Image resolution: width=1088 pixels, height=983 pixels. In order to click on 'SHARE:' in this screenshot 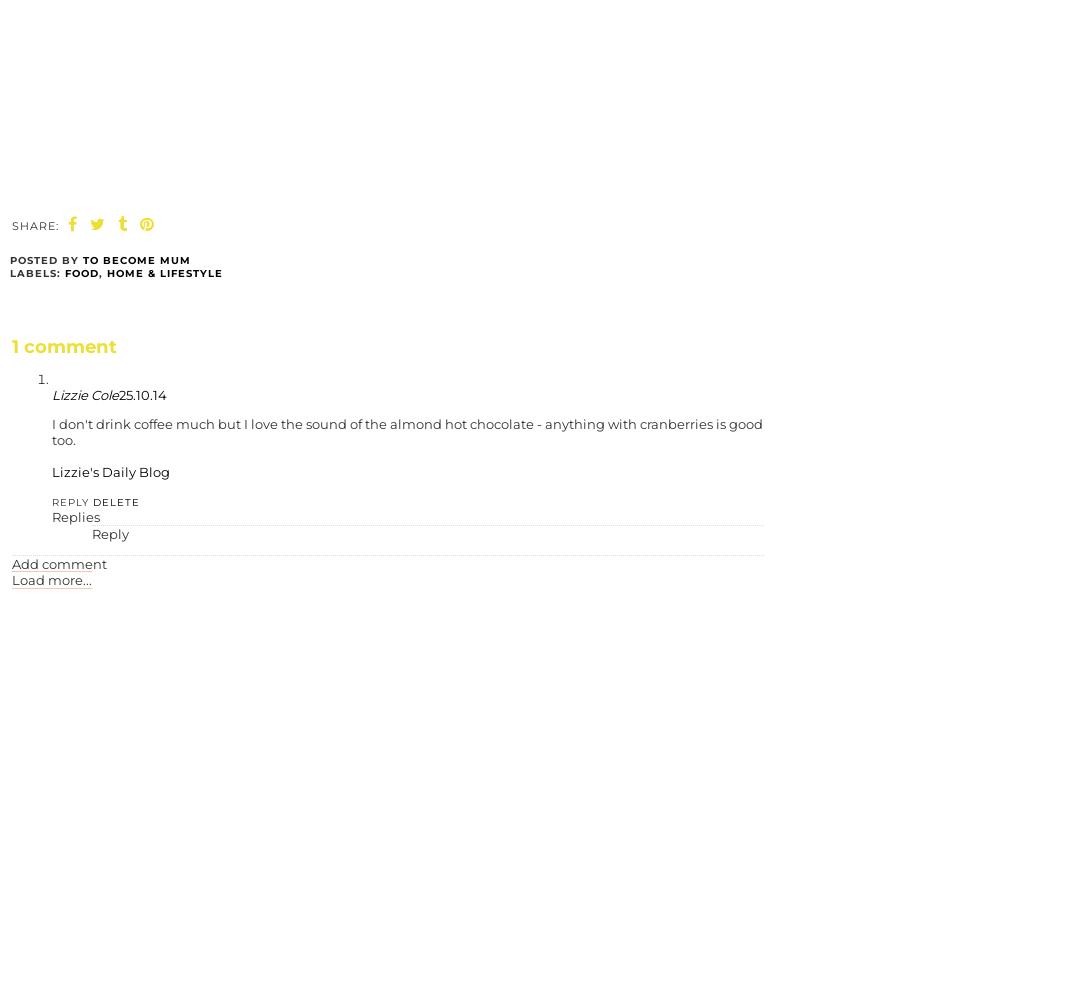, I will do `click(34, 225)`.